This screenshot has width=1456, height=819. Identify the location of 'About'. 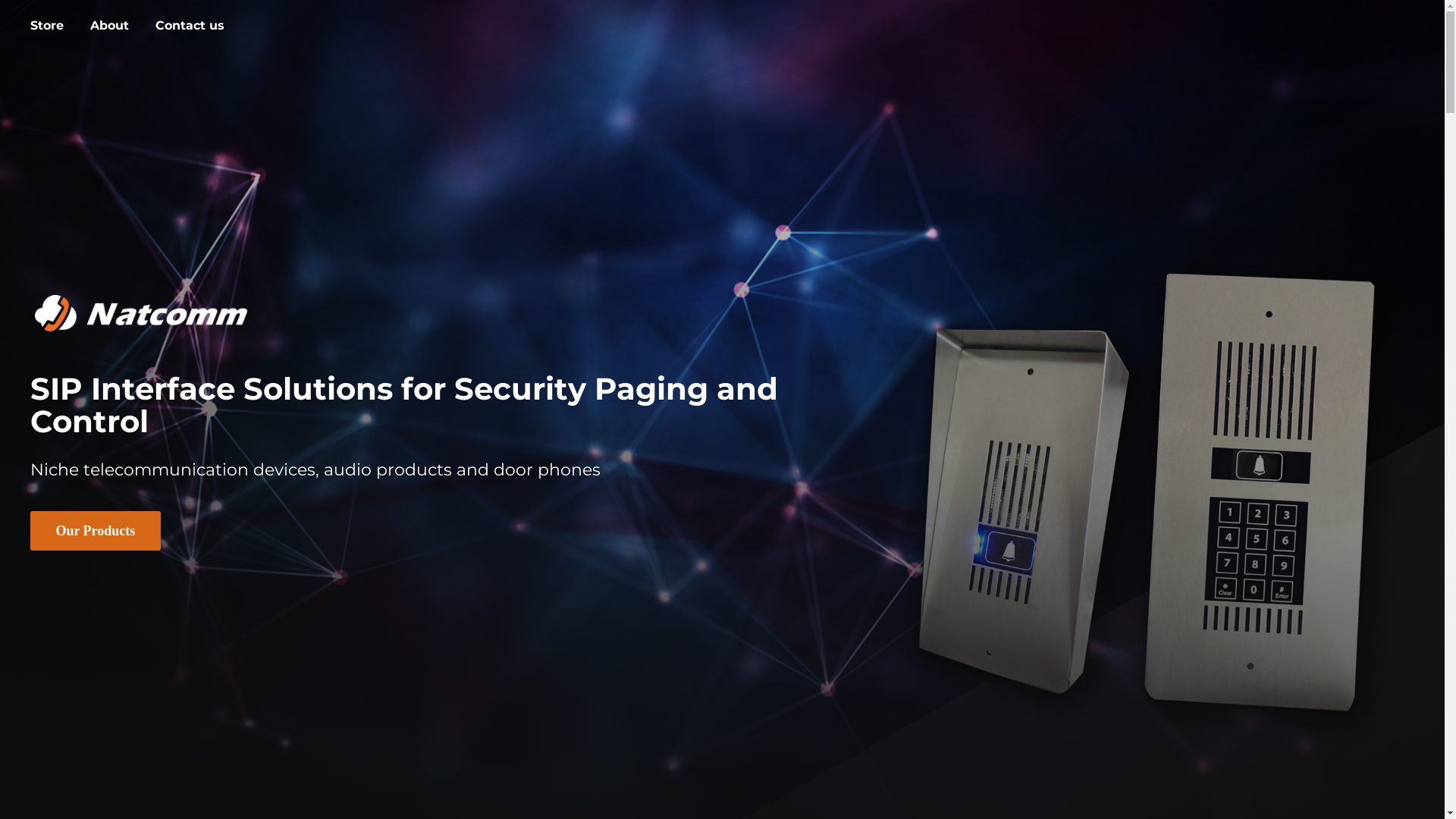
(108, 26).